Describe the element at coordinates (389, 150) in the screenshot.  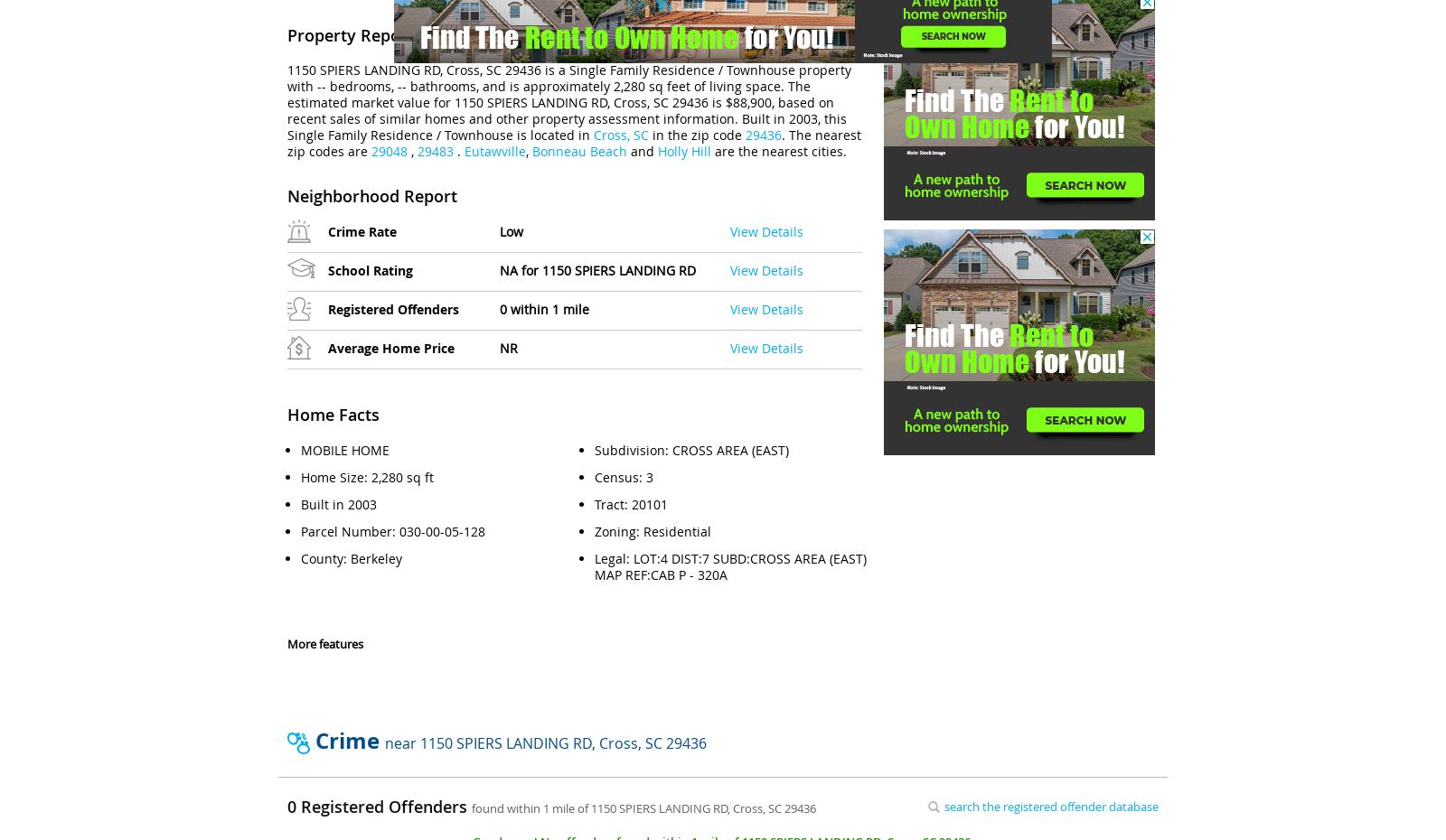
I see `'29048'` at that location.